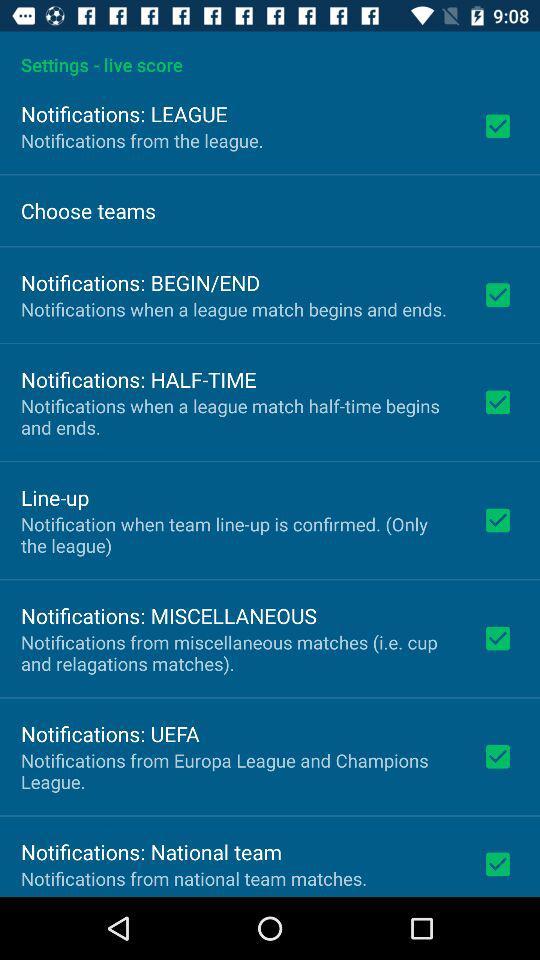  I want to click on icon below the notifications from the icon, so click(87, 210).